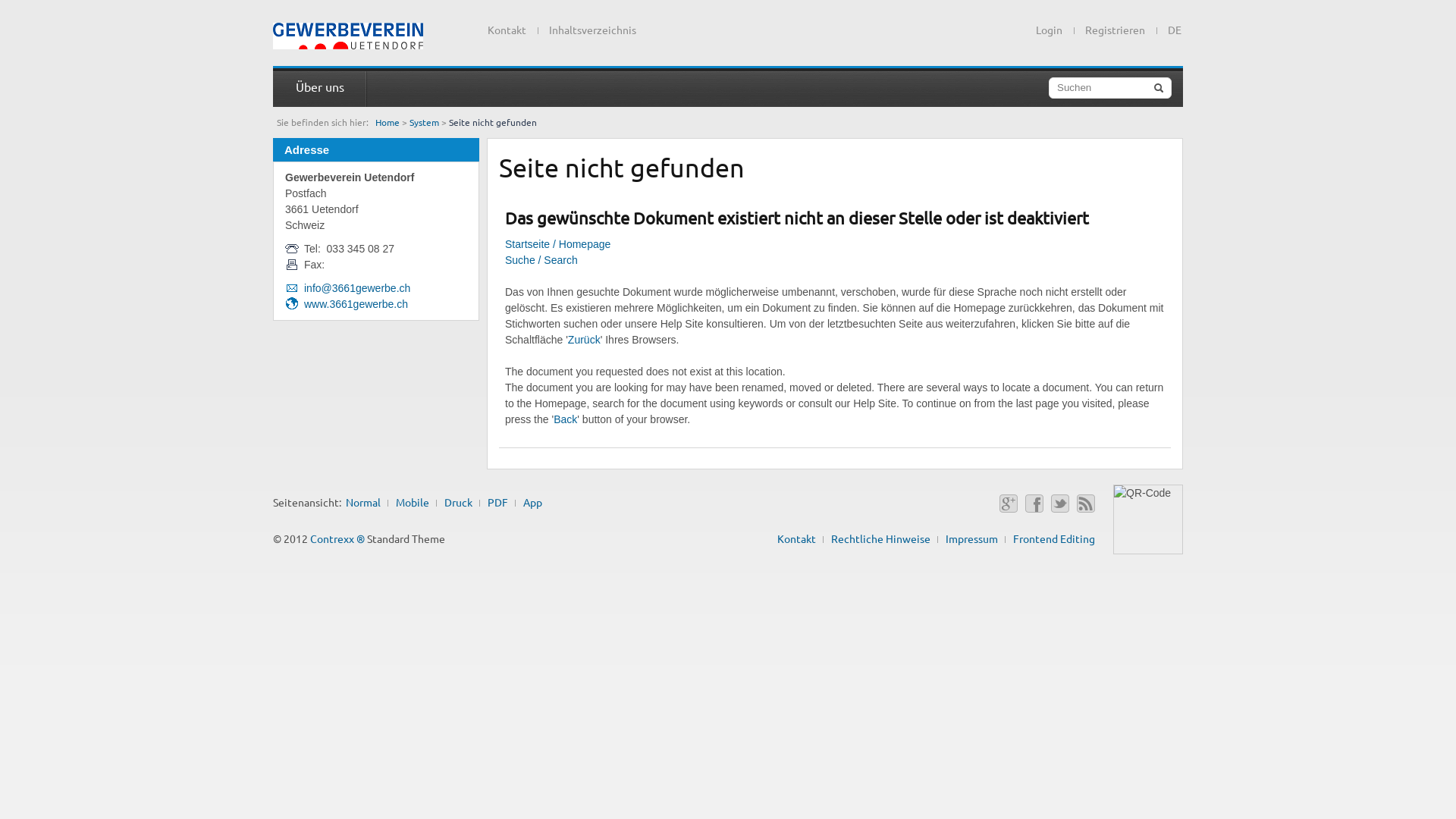 This screenshot has width=1456, height=819. What do you see at coordinates (557, 243) in the screenshot?
I see `'Startseite / Homepage'` at bounding box center [557, 243].